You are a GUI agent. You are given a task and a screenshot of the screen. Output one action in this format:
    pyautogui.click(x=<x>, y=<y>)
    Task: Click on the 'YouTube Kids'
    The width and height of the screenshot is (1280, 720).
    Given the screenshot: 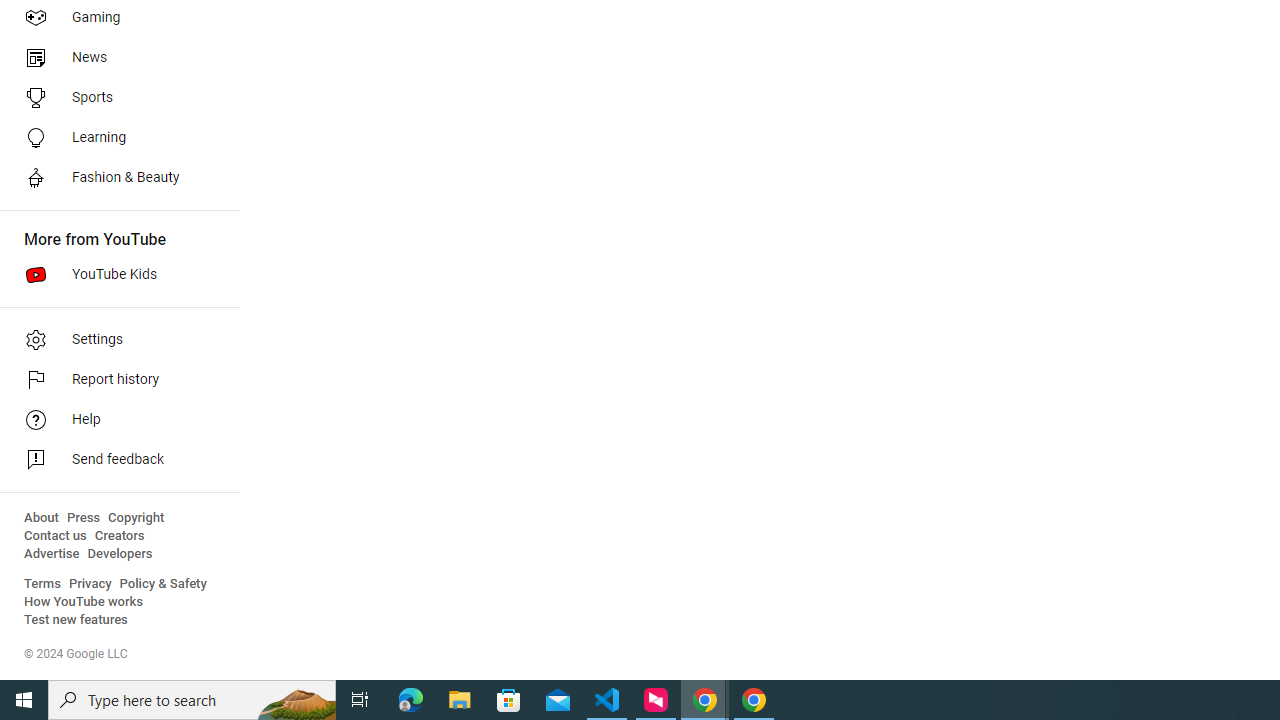 What is the action you would take?
    pyautogui.click(x=112, y=275)
    